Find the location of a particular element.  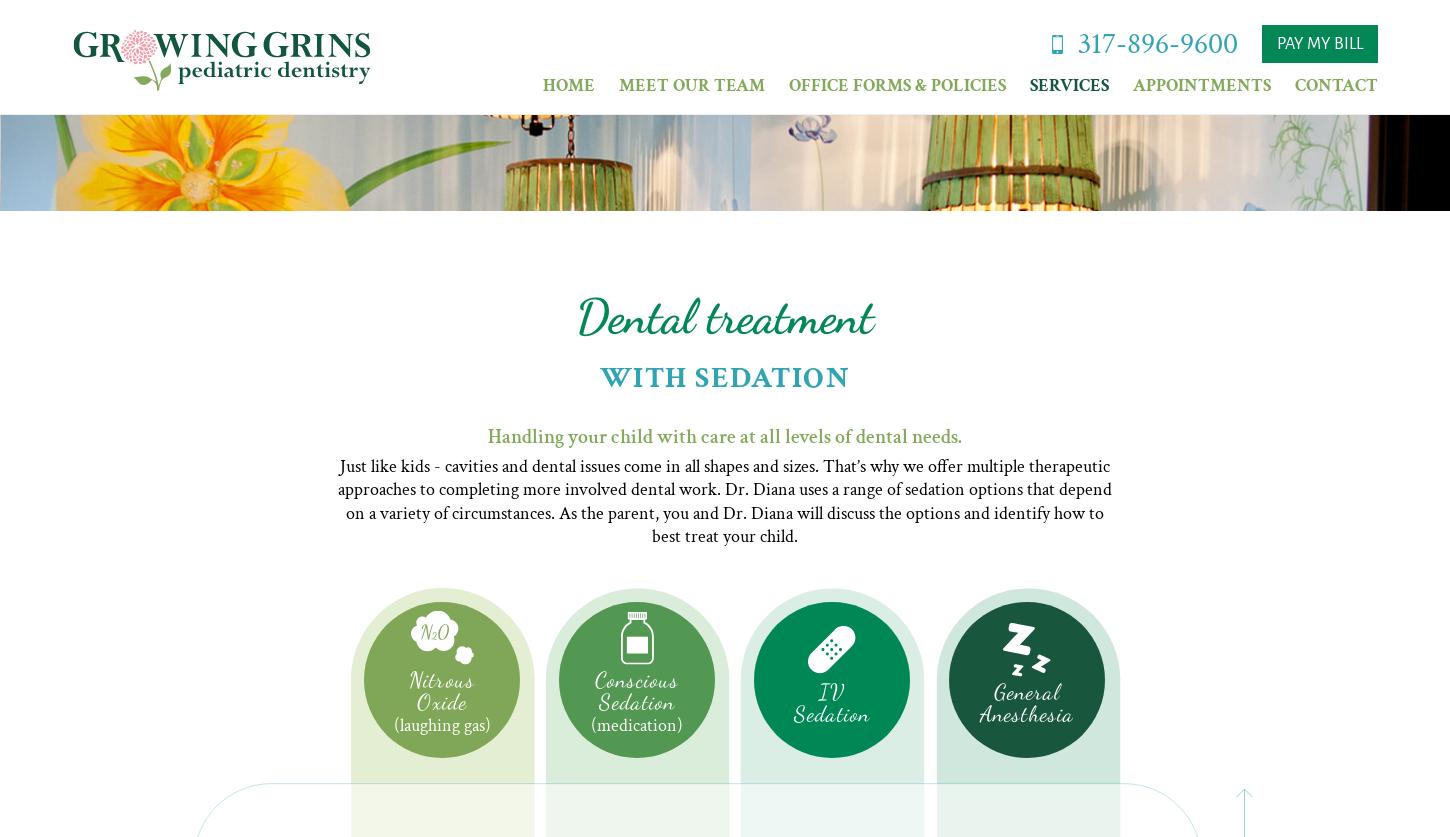

'General Anesthesia' is located at coordinates (1027, 701).